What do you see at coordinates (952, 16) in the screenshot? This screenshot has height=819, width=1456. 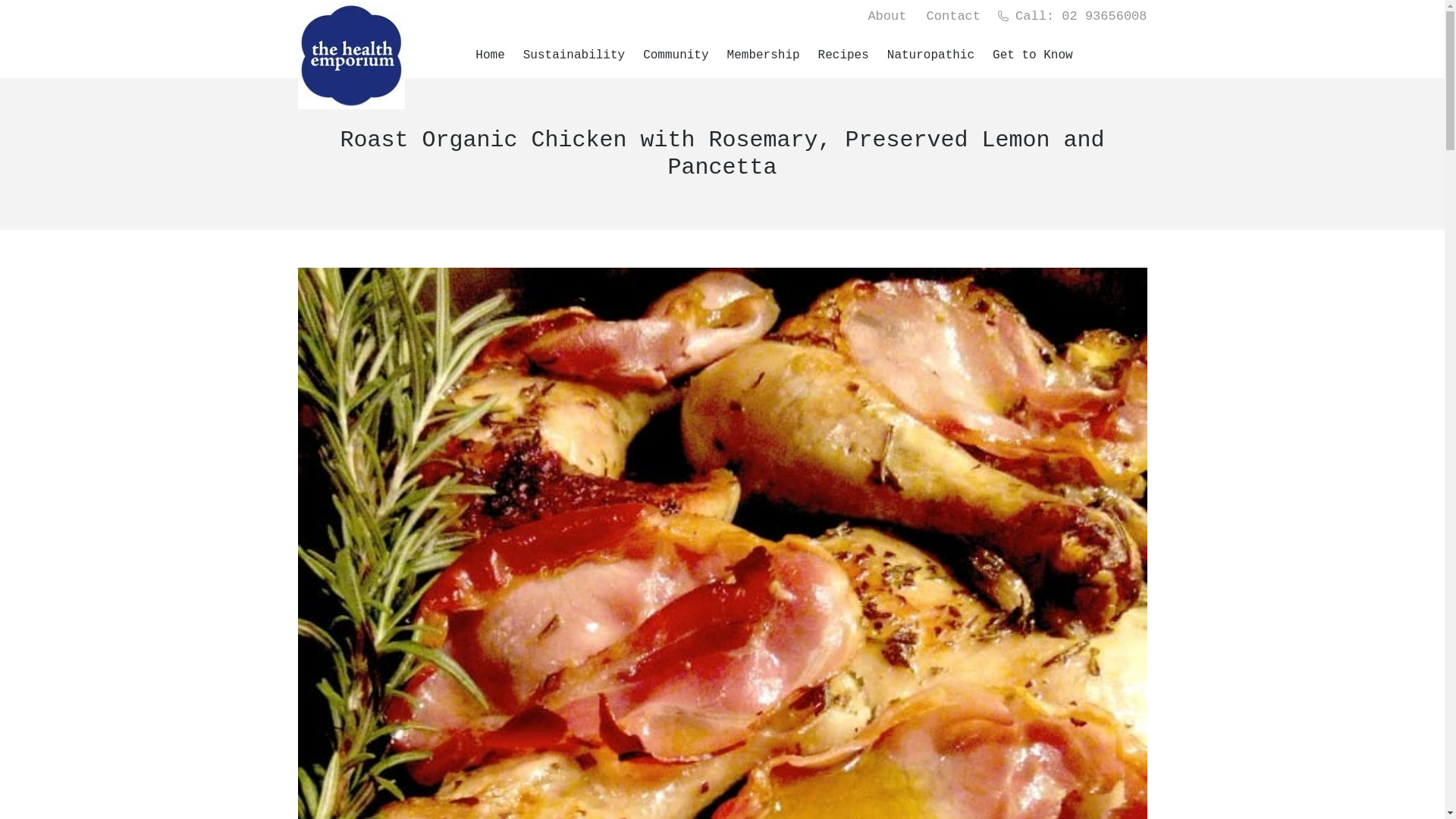 I see `'Contact'` at bounding box center [952, 16].